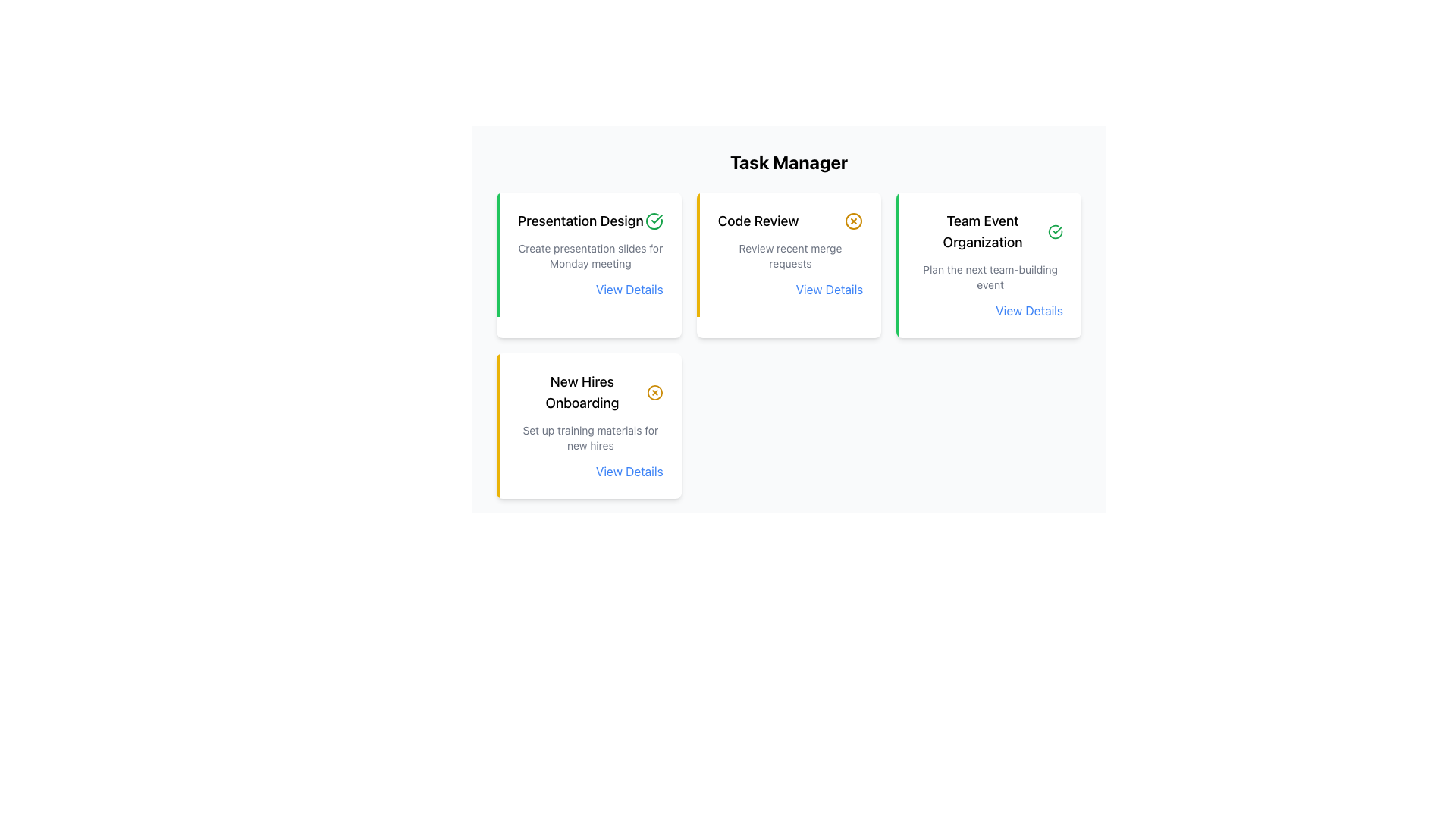 This screenshot has width=1456, height=819. What do you see at coordinates (654, 221) in the screenshot?
I see `the green circle icon with a white checkmark located to the right of the 'Presentation Design' text in the first card of the 'Task Manager' interface` at bounding box center [654, 221].